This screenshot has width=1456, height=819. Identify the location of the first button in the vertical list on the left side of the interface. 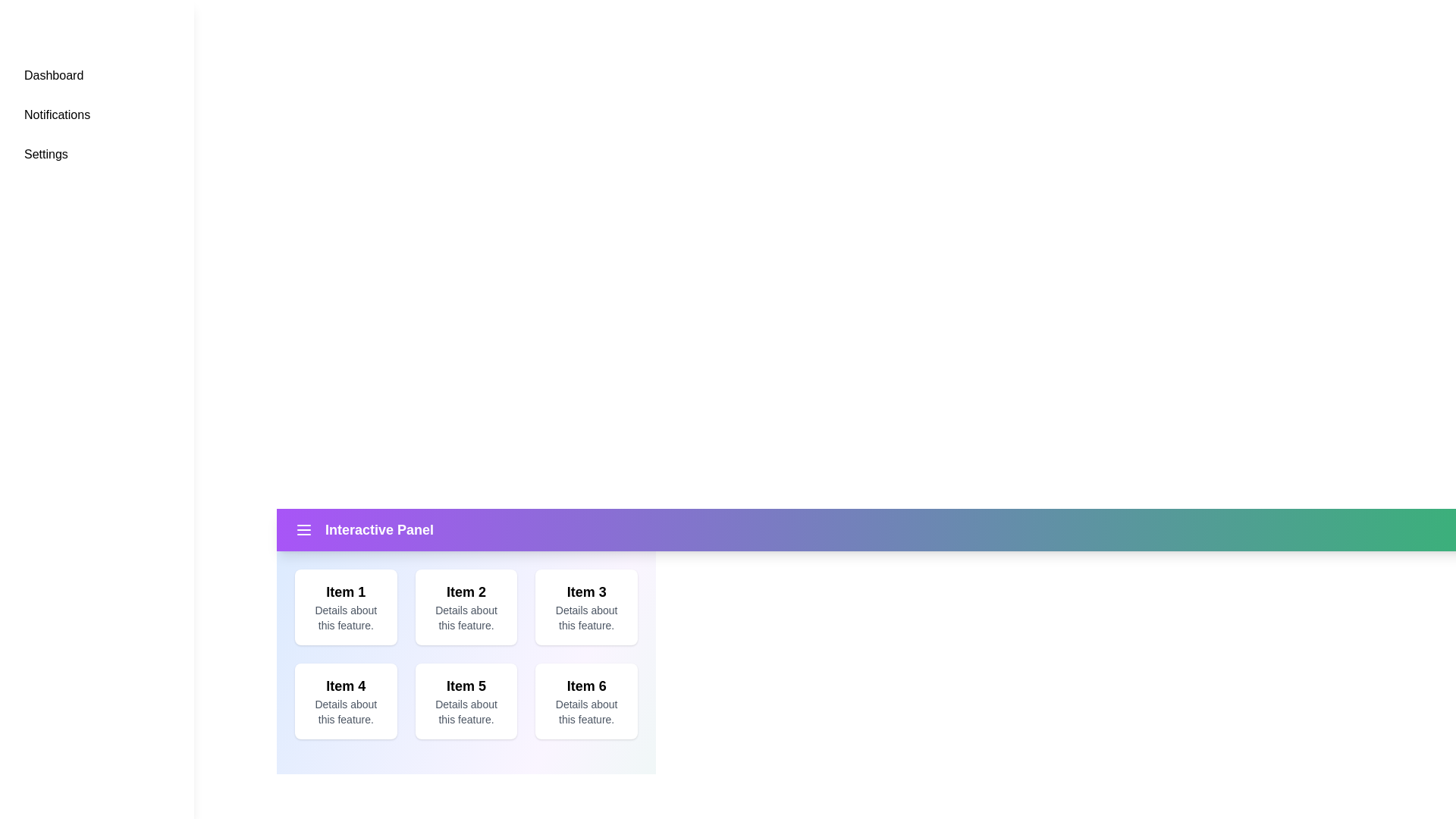
(96, 76).